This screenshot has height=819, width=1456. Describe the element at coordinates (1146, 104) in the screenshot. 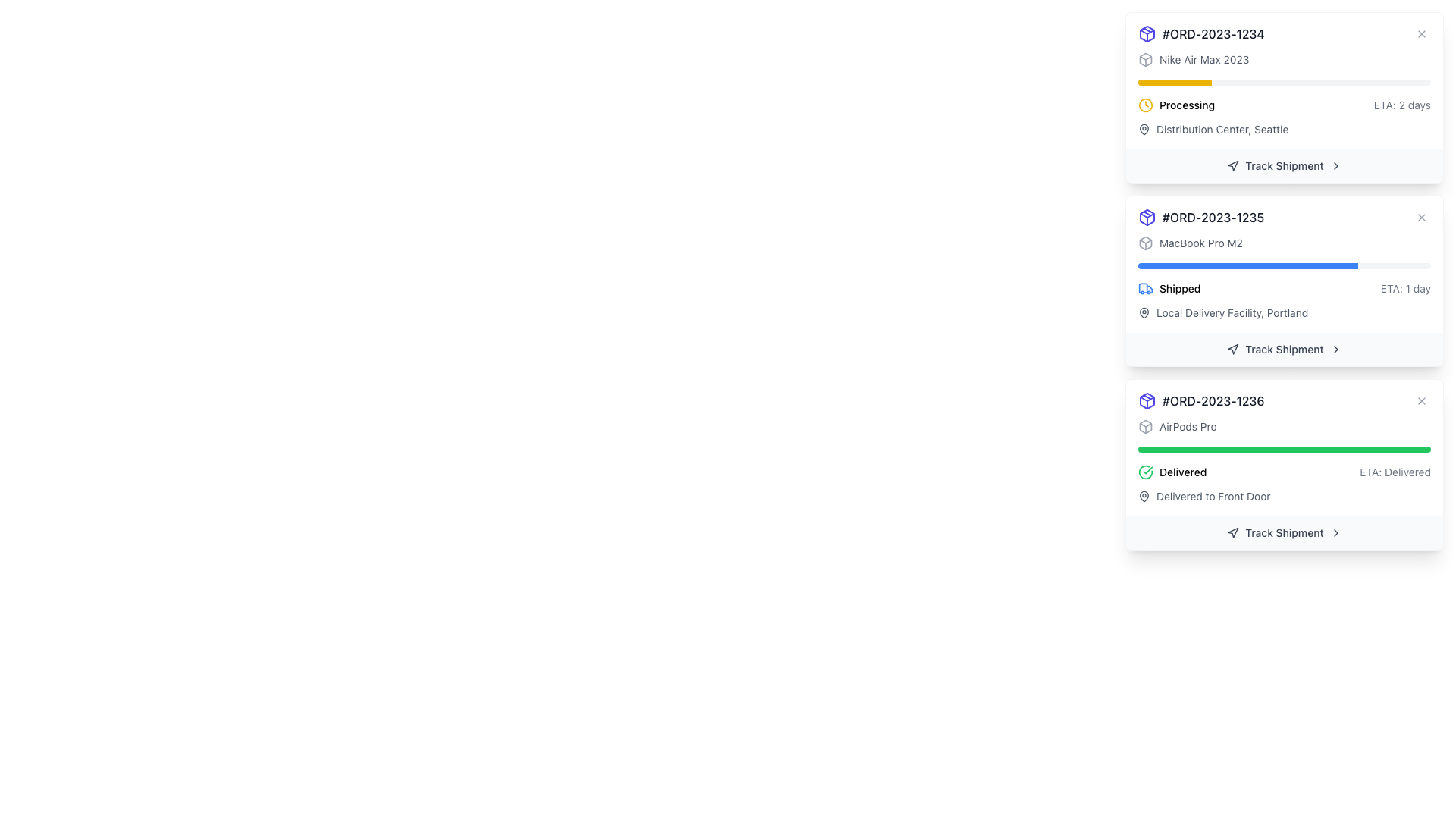

I see `the circular background element of the clock icon located in the first item's section above the 'Processing' label and next to '#ORD-2023-1234'` at that location.